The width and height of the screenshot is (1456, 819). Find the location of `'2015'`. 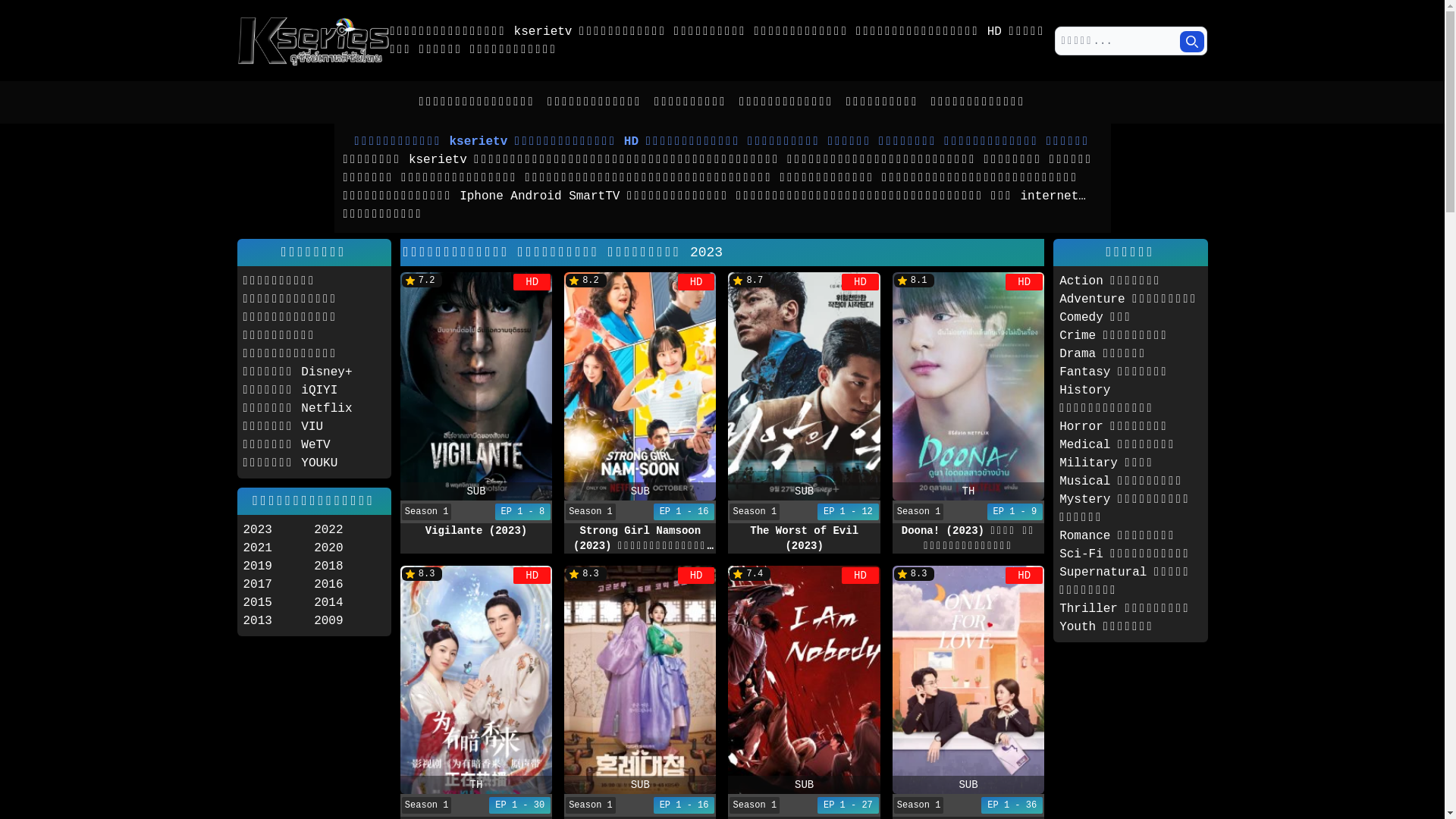

'2015' is located at coordinates (278, 601).